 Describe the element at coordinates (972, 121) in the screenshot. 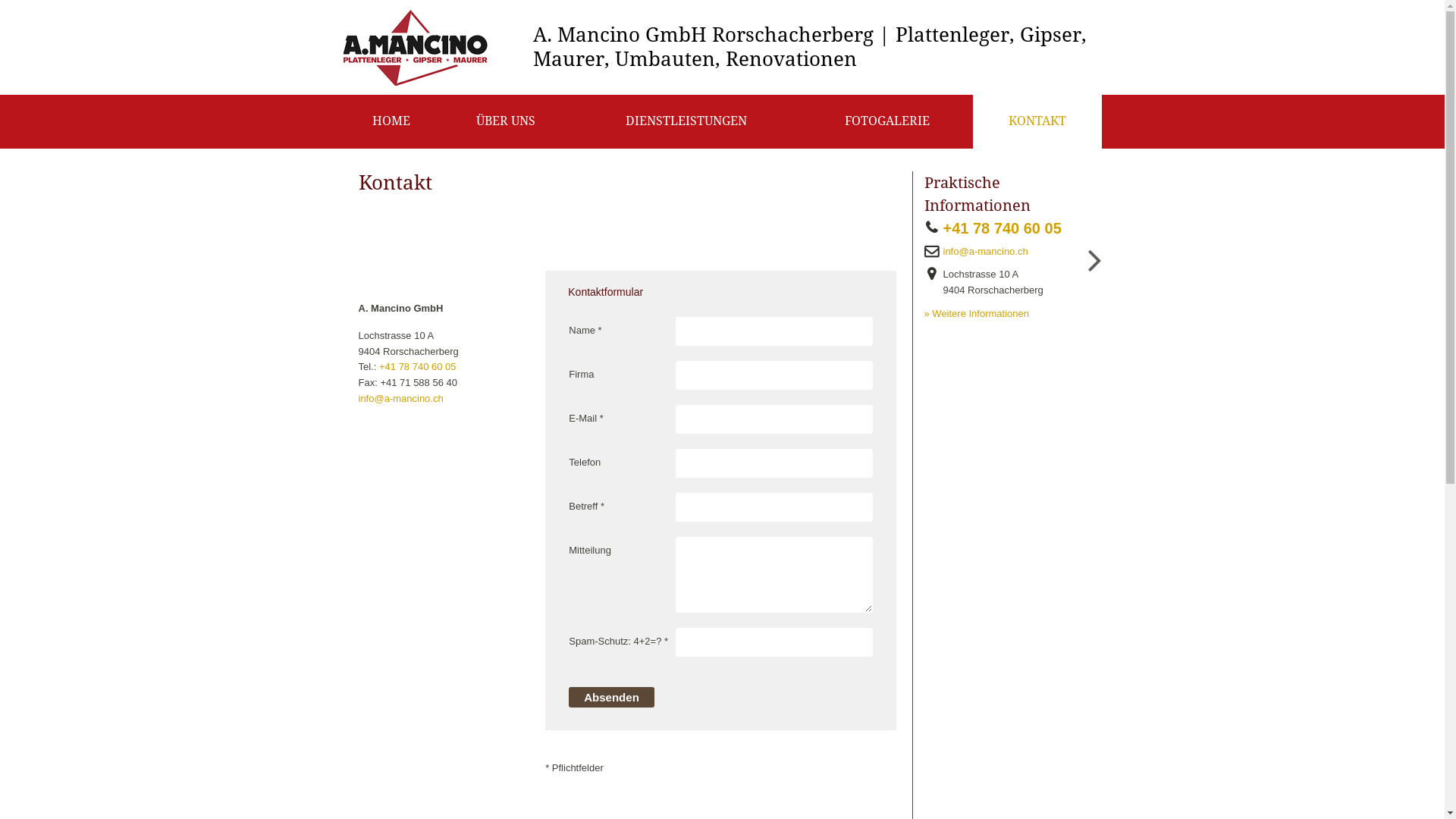

I see `'KONTAKT'` at that location.